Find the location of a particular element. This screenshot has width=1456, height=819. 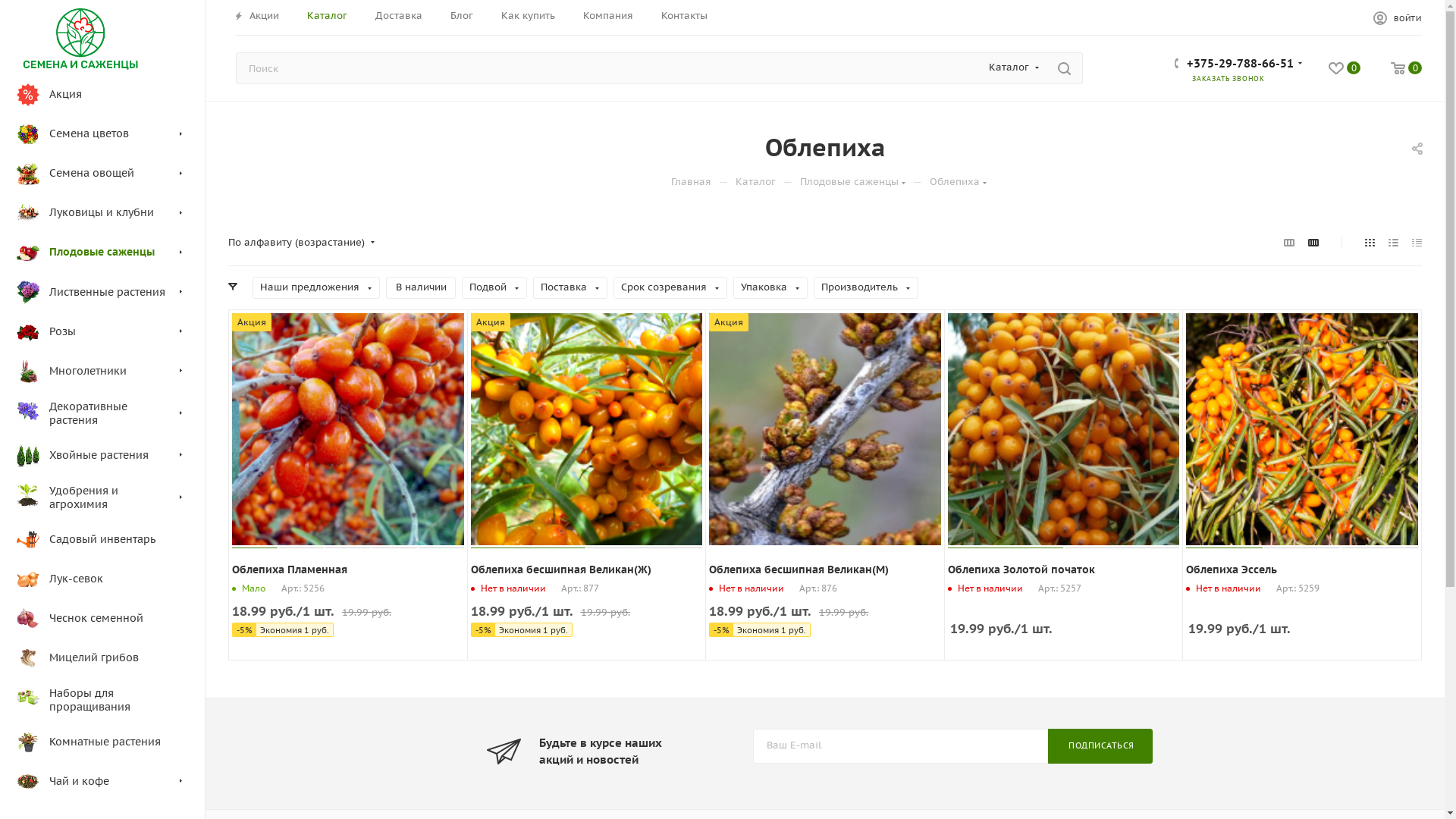

'+375-29-788-66-51' is located at coordinates (1240, 64).